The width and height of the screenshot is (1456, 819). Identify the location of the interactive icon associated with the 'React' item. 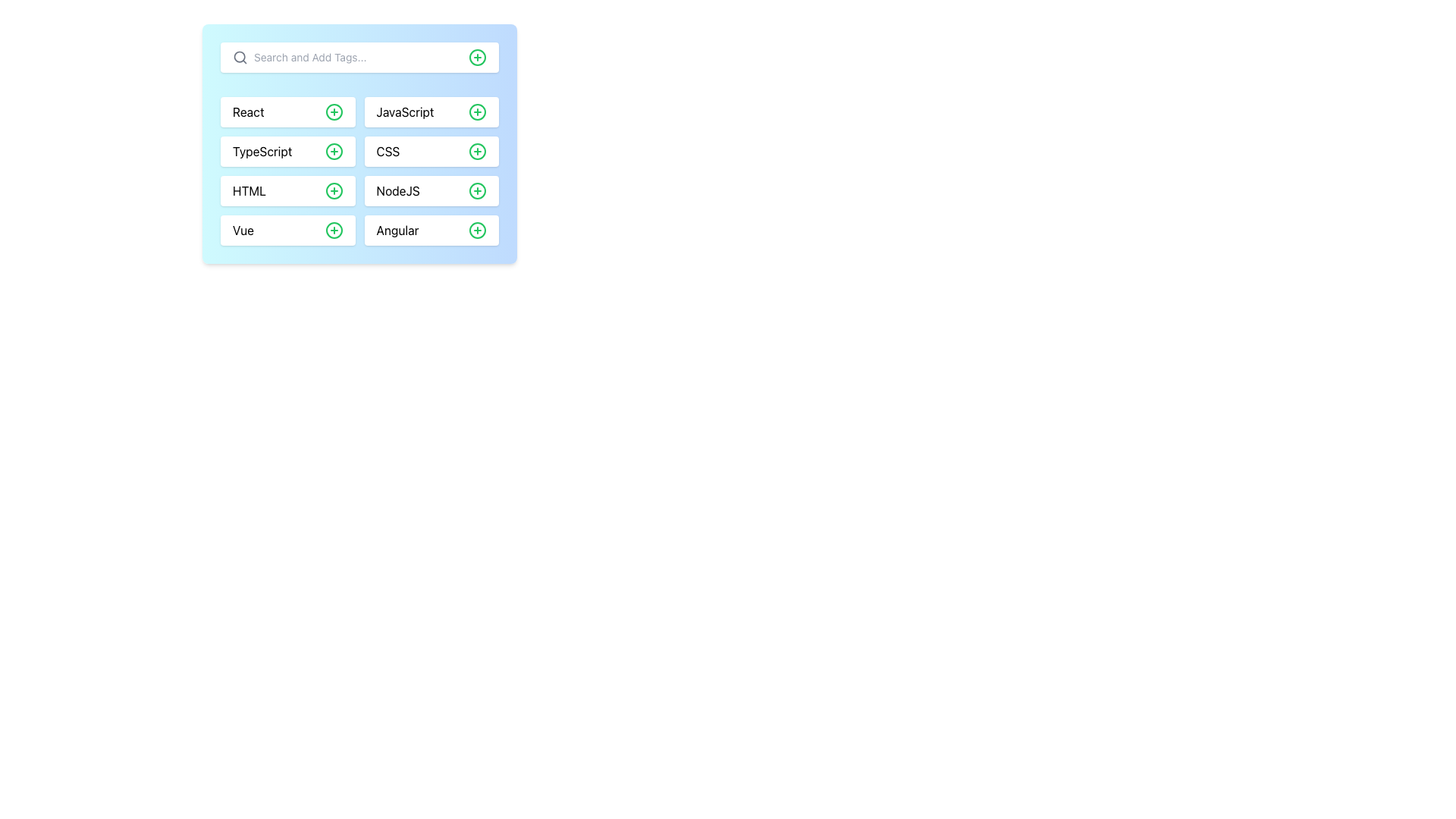
(333, 111).